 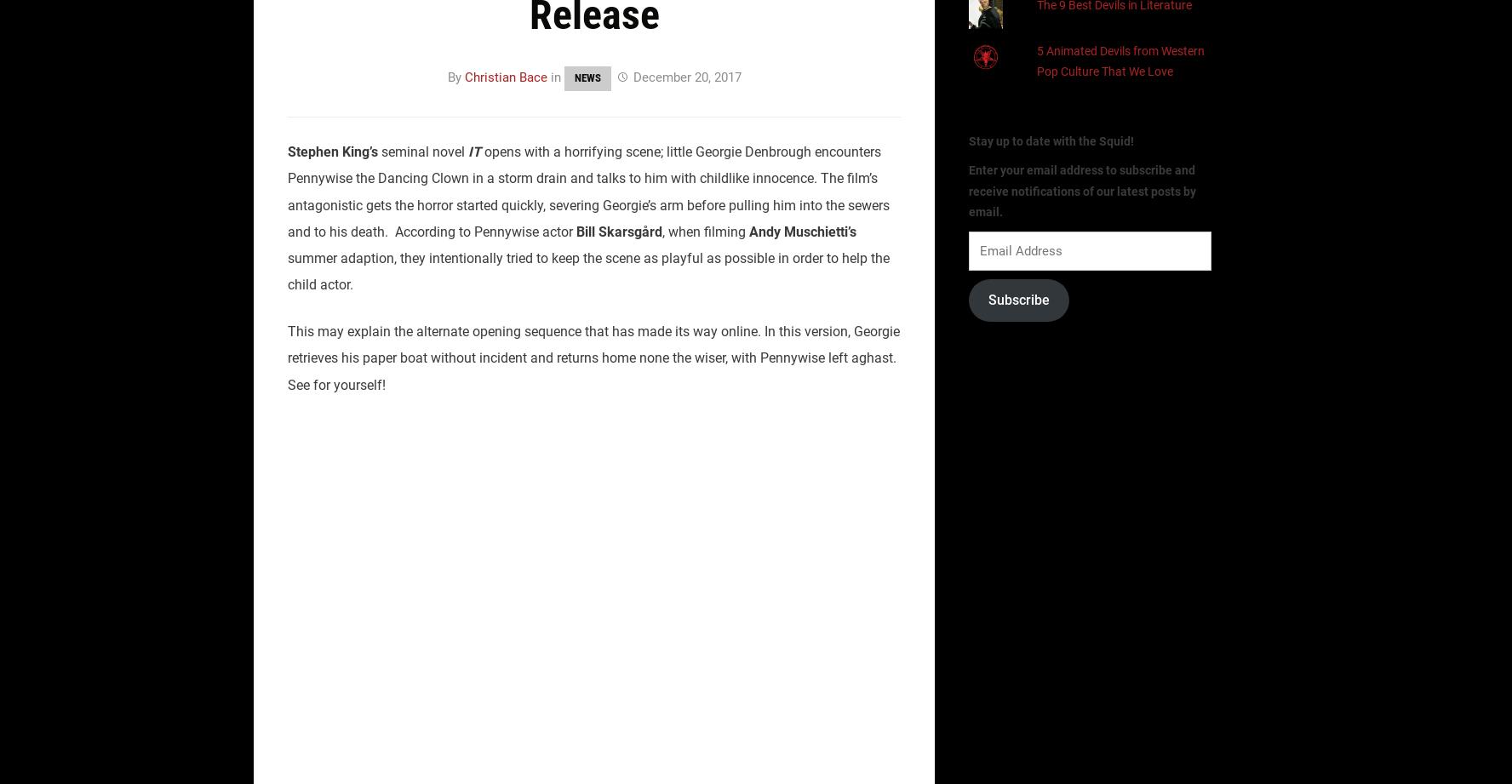 What do you see at coordinates (685, 77) in the screenshot?
I see `'December 20, 2017'` at bounding box center [685, 77].